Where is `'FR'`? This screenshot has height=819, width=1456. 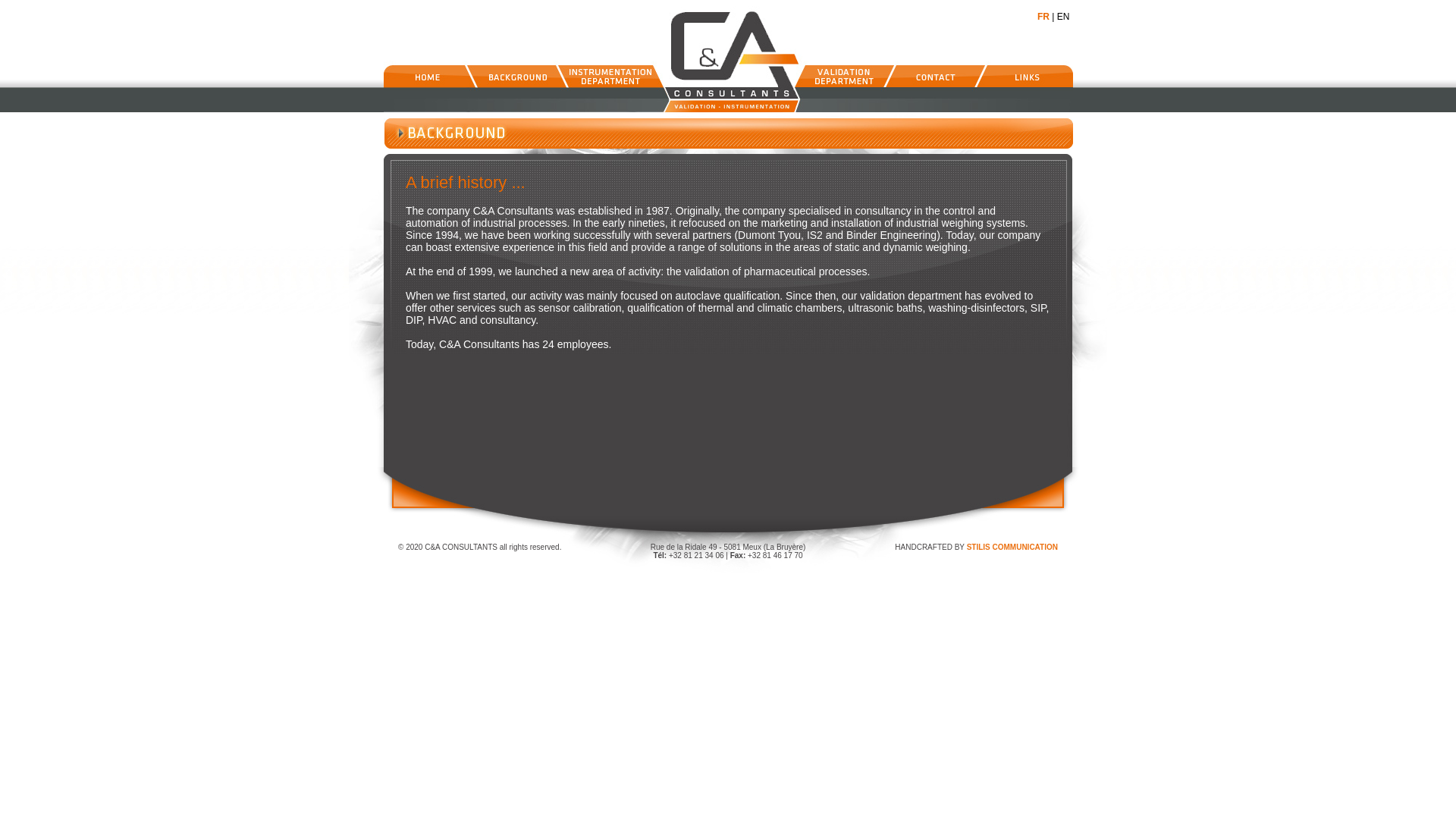
'FR' is located at coordinates (1043, 17).